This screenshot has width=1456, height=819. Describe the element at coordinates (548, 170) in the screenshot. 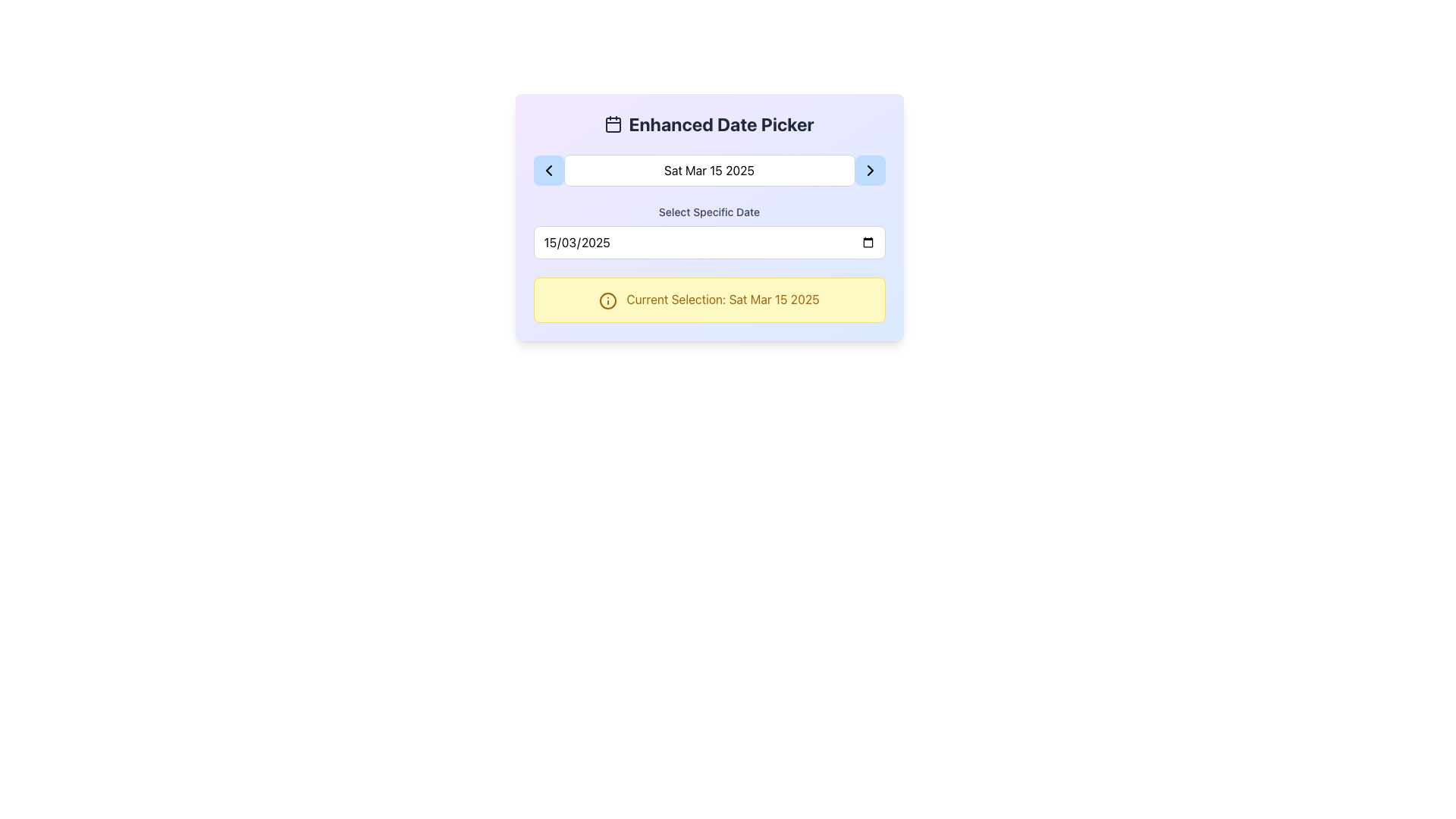

I see `the left-pointing chevron icon within the SVG component` at that location.